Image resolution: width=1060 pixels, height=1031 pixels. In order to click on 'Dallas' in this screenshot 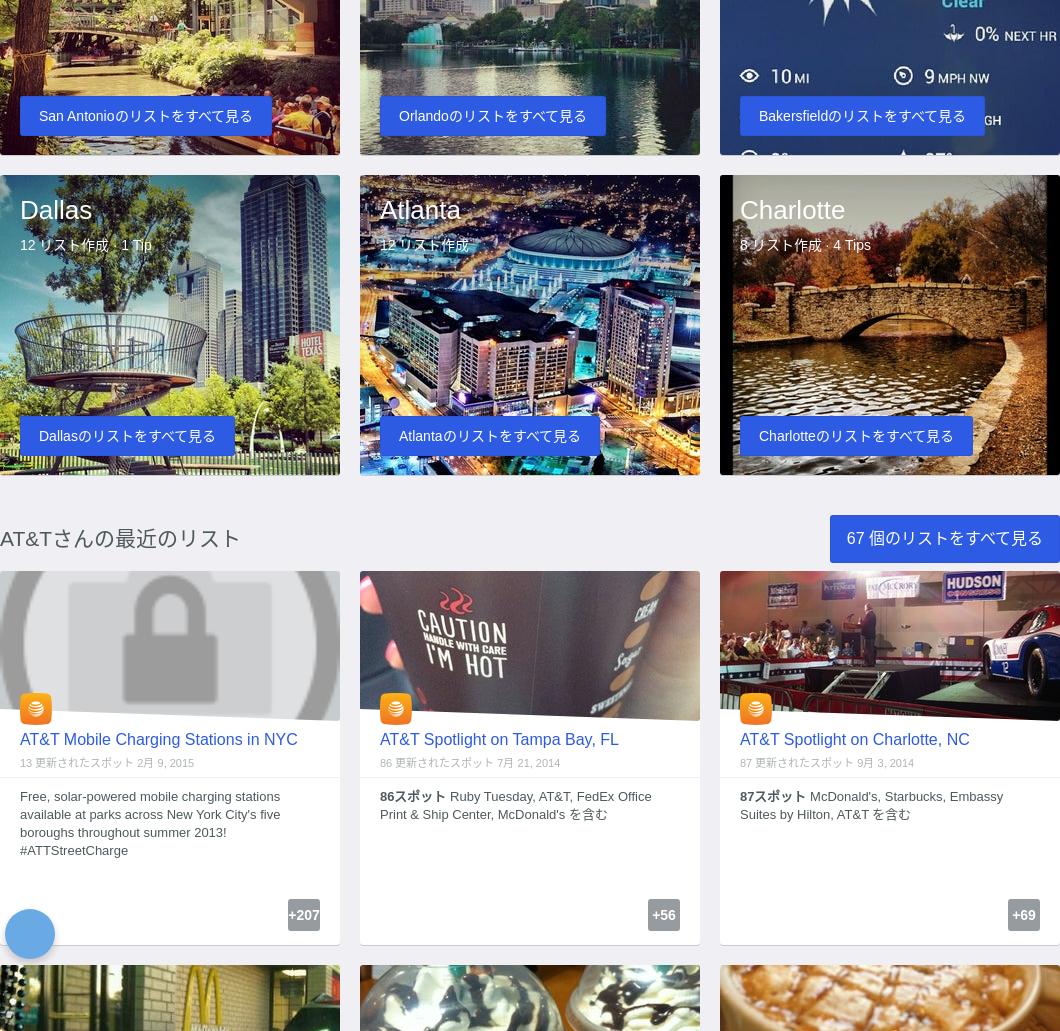, I will do `click(20, 208)`.